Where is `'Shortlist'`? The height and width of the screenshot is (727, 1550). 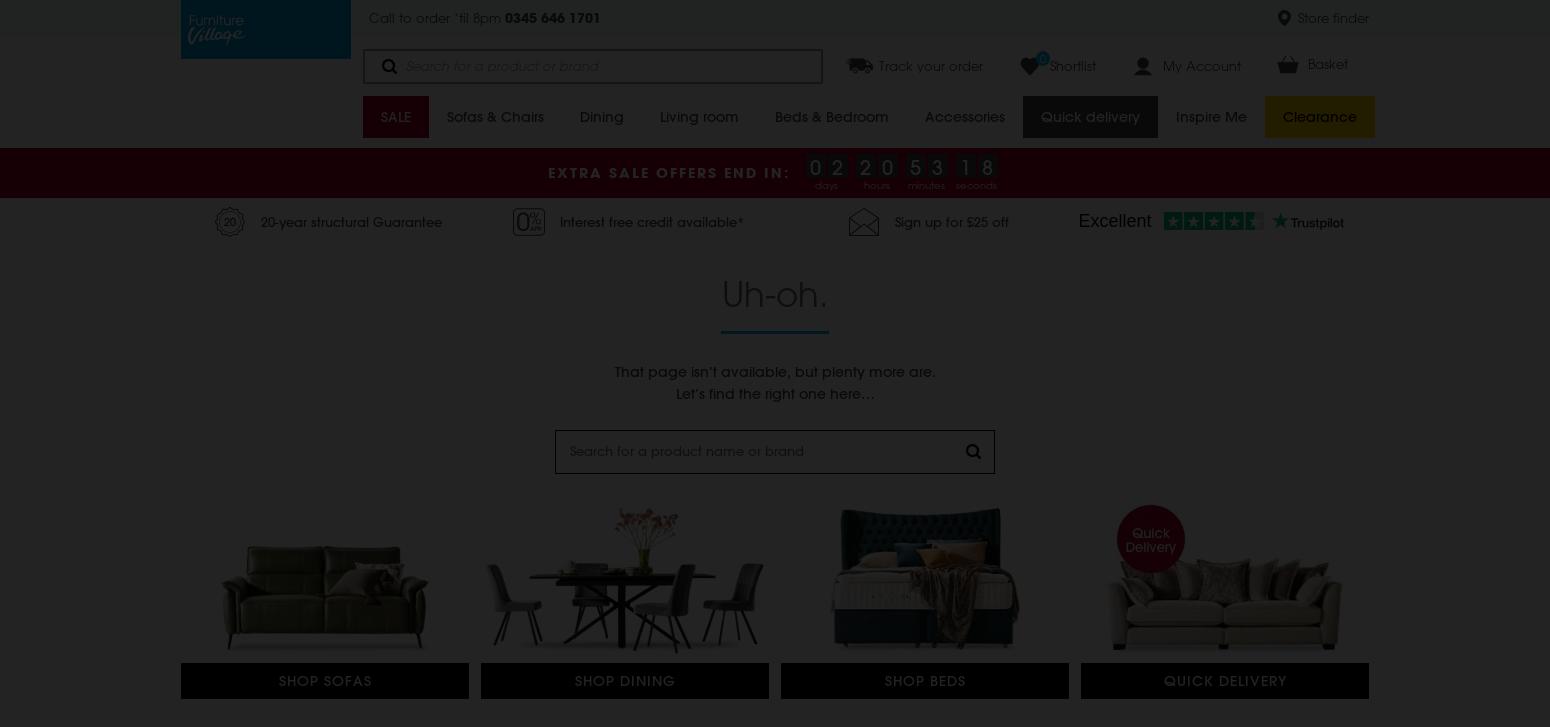
'Shortlist' is located at coordinates (1073, 65).